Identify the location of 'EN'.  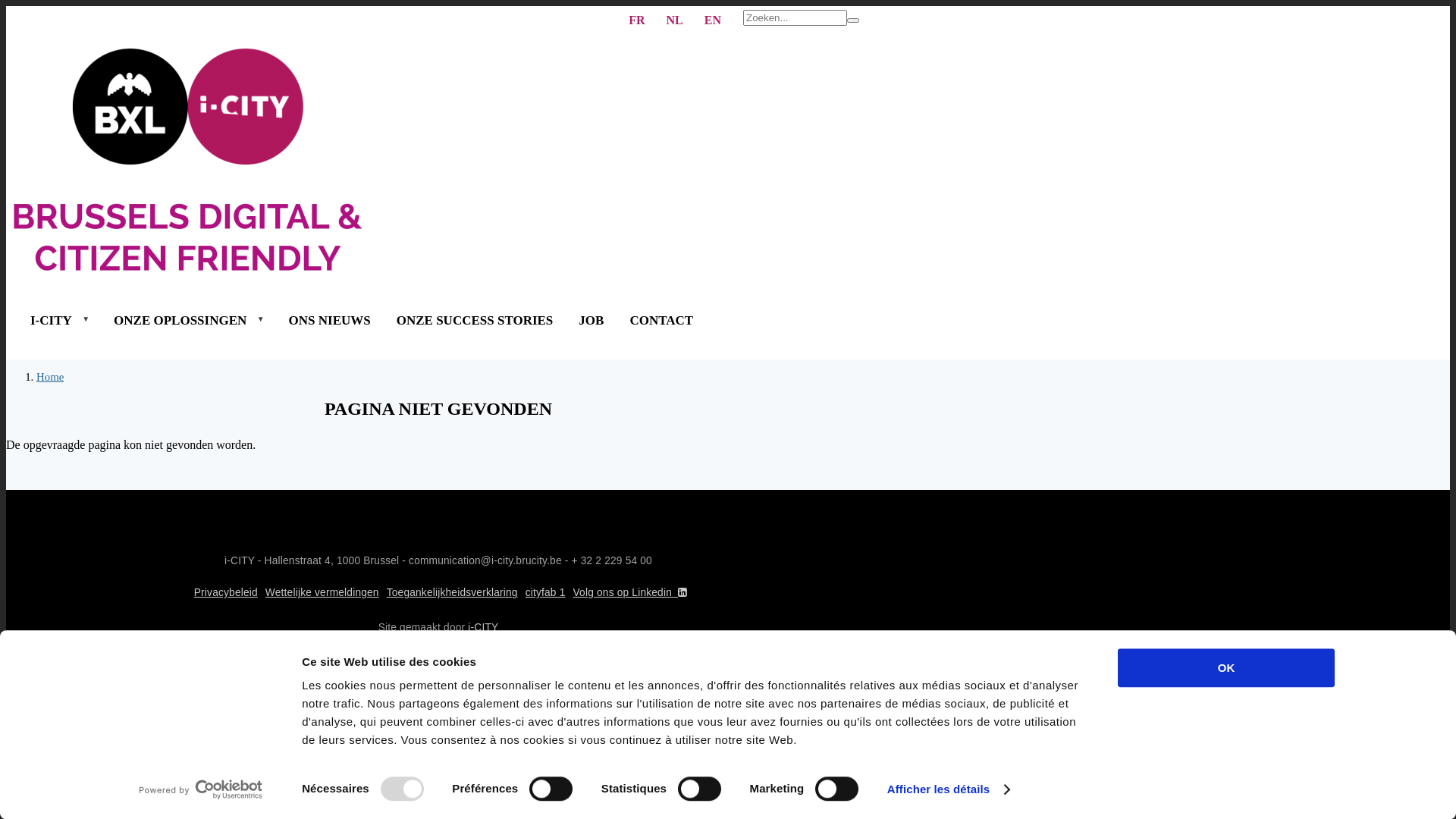
(712, 20).